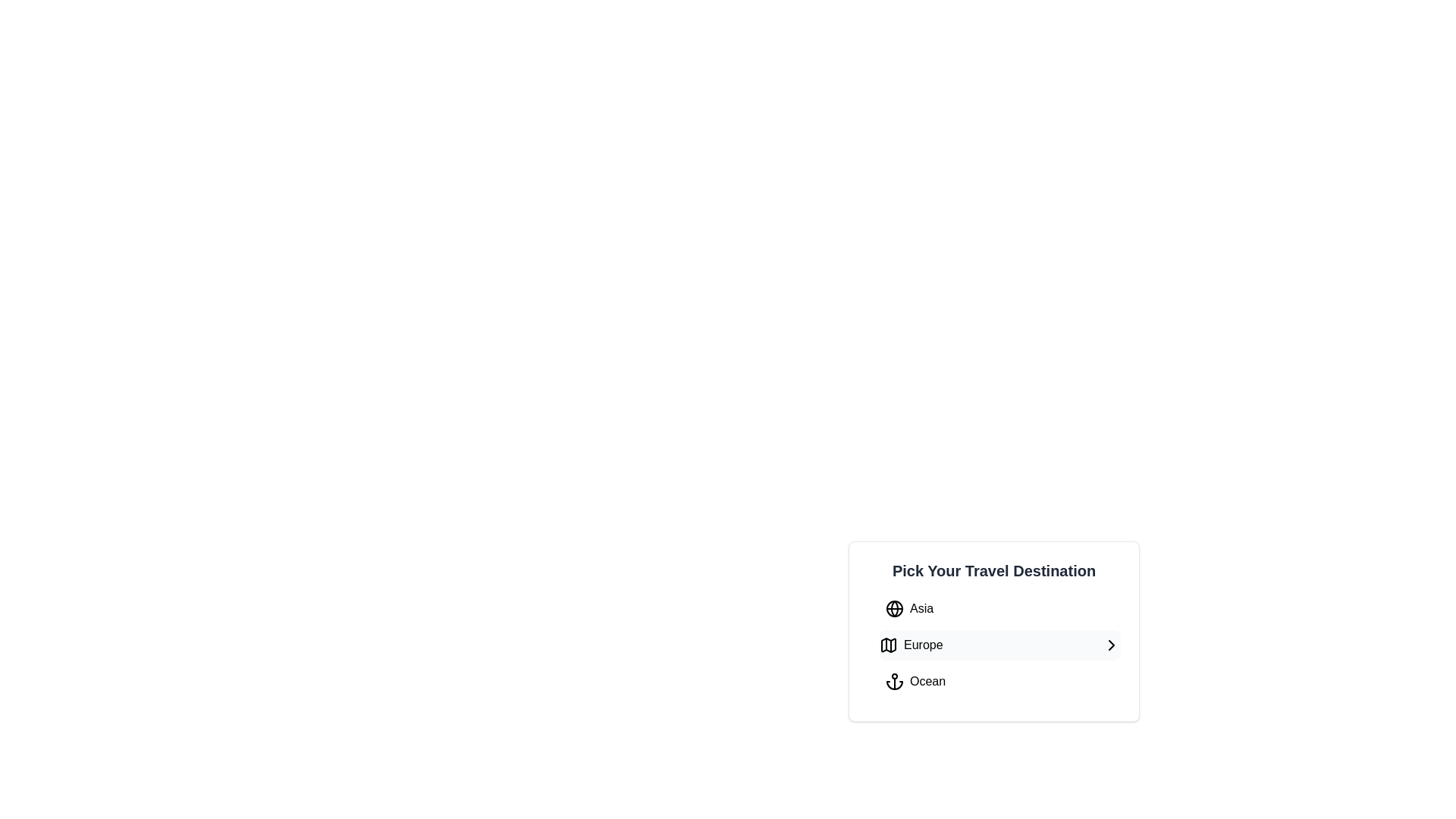  I want to click on the 'Europe' button in the vertical list under 'Pick Your Travel Destination', so click(1000, 645).